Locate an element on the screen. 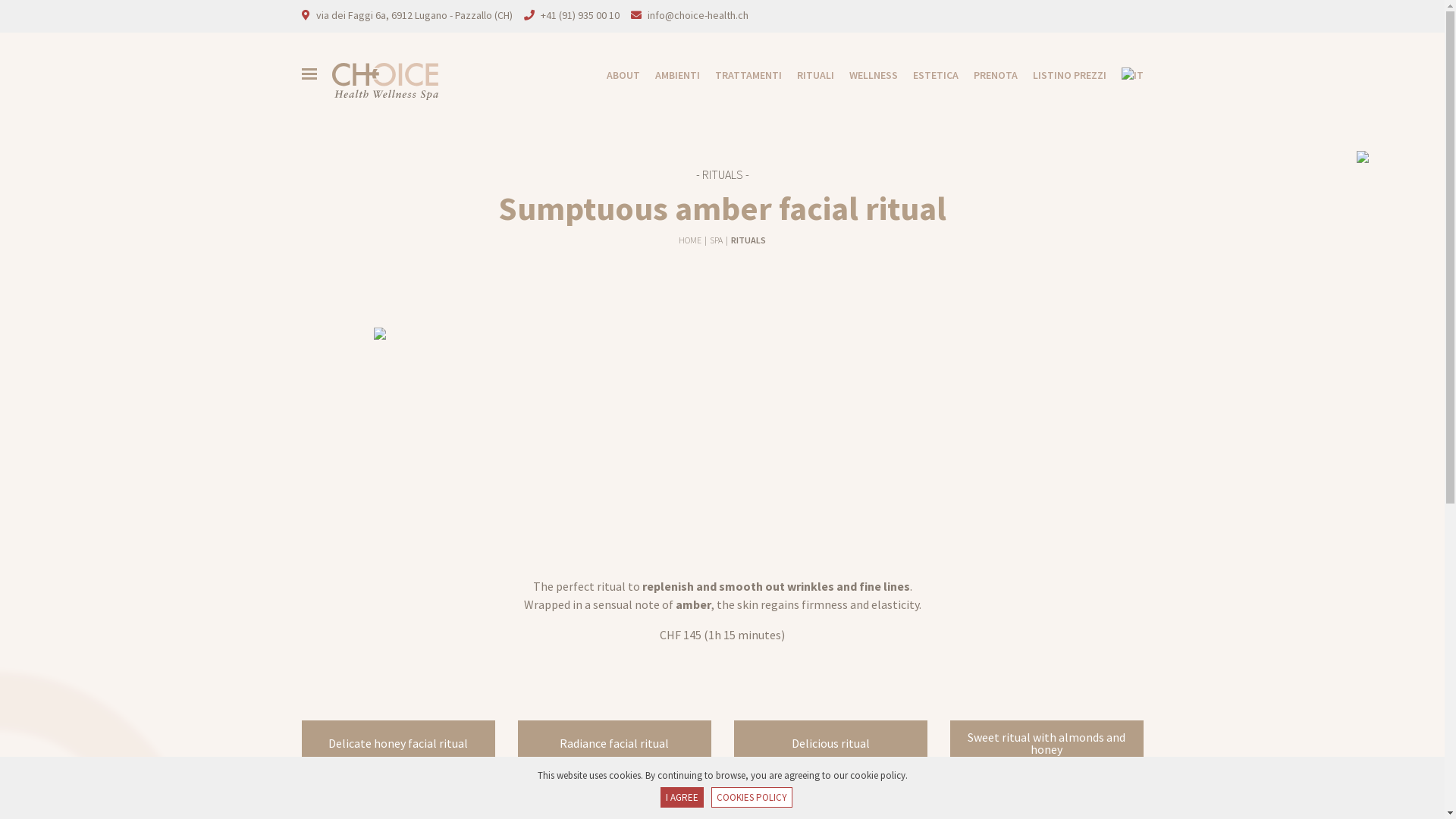 The height and width of the screenshot is (819, 1456). 'Radiance facial ritual' is located at coordinates (613, 742).